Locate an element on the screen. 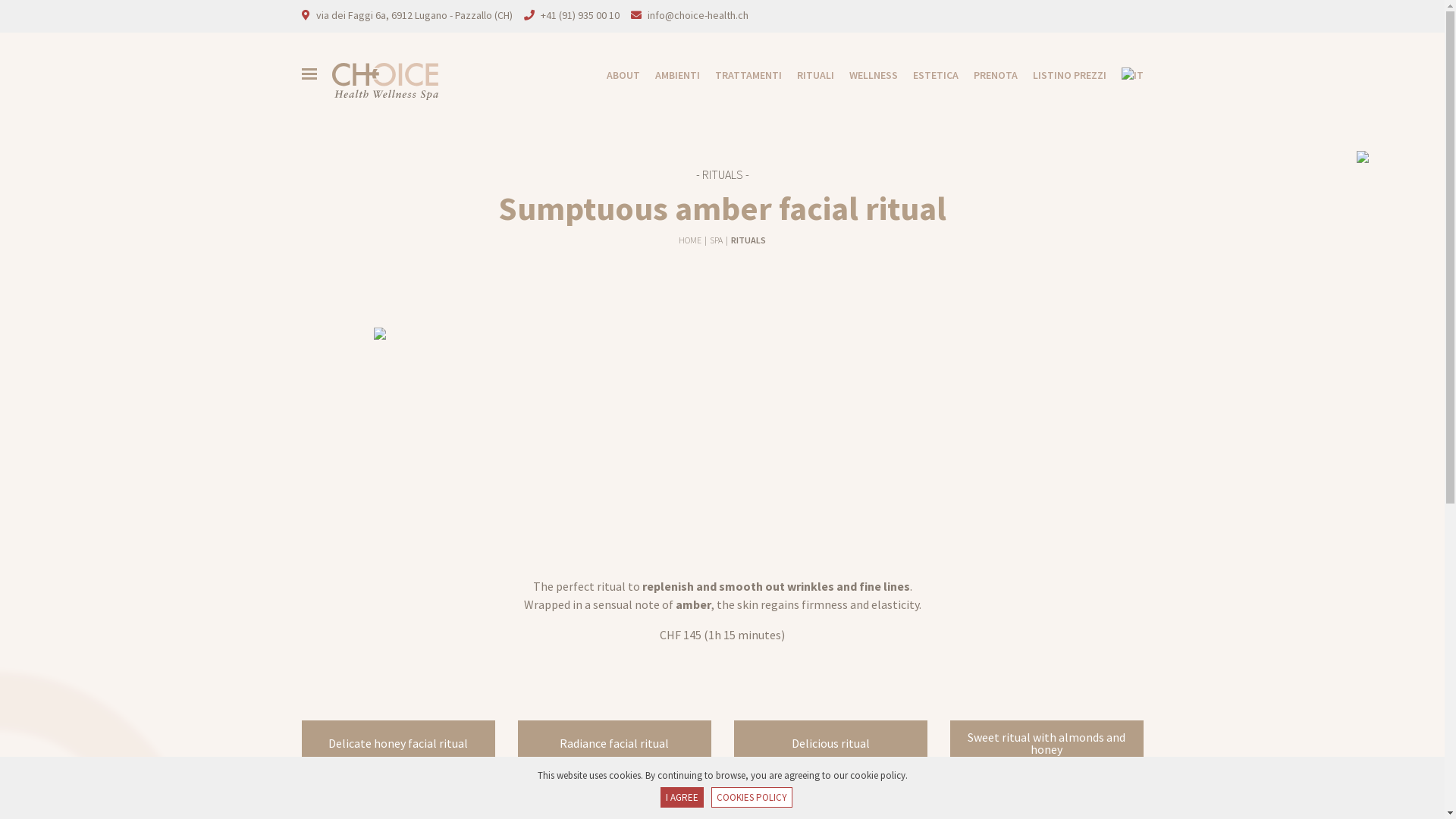 The height and width of the screenshot is (819, 1456). 'Radiance facial ritual' is located at coordinates (613, 742).